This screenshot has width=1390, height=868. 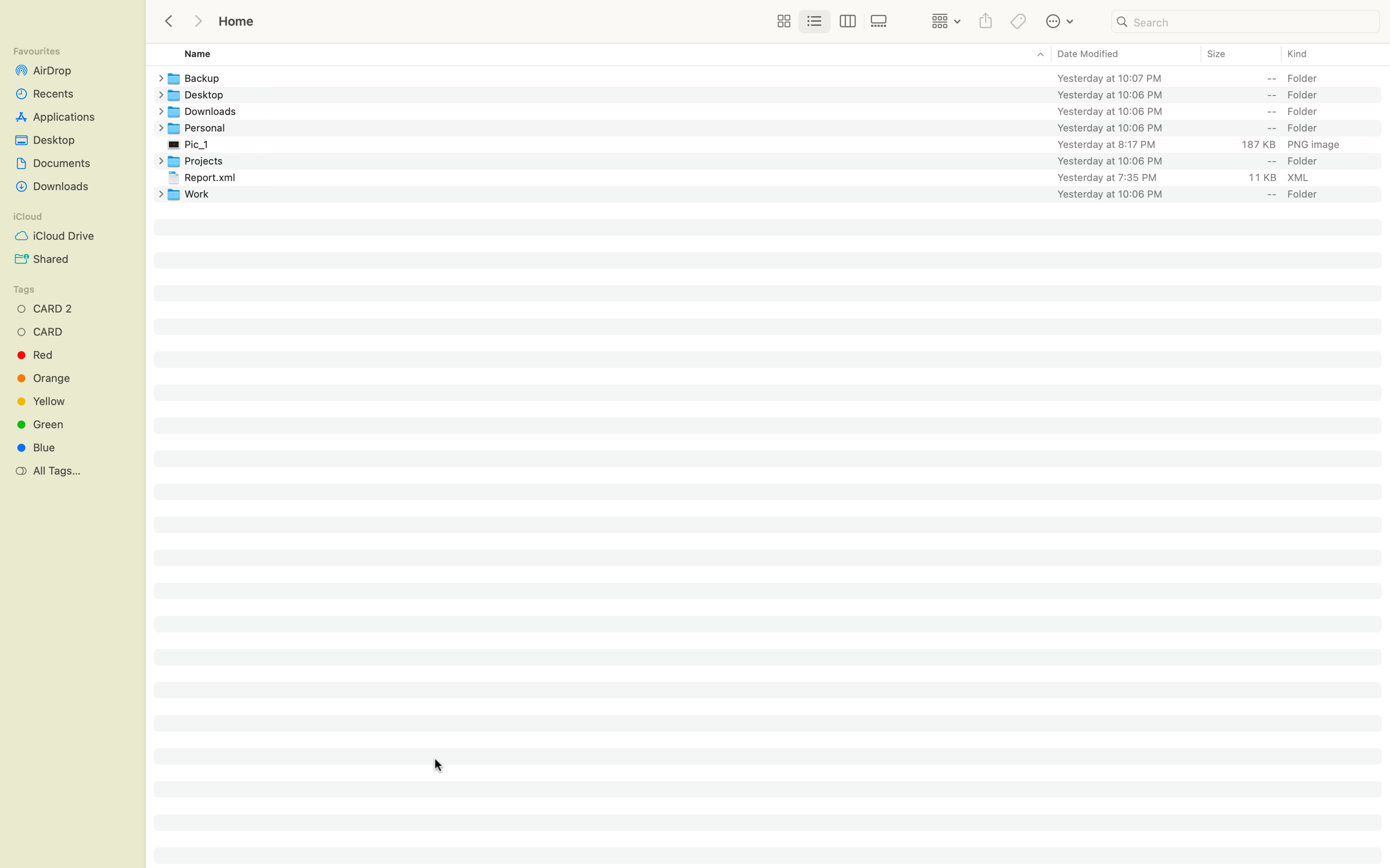 I want to click on Re-label the Desktop folder as "My Desktop, so click(x=777, y=94).